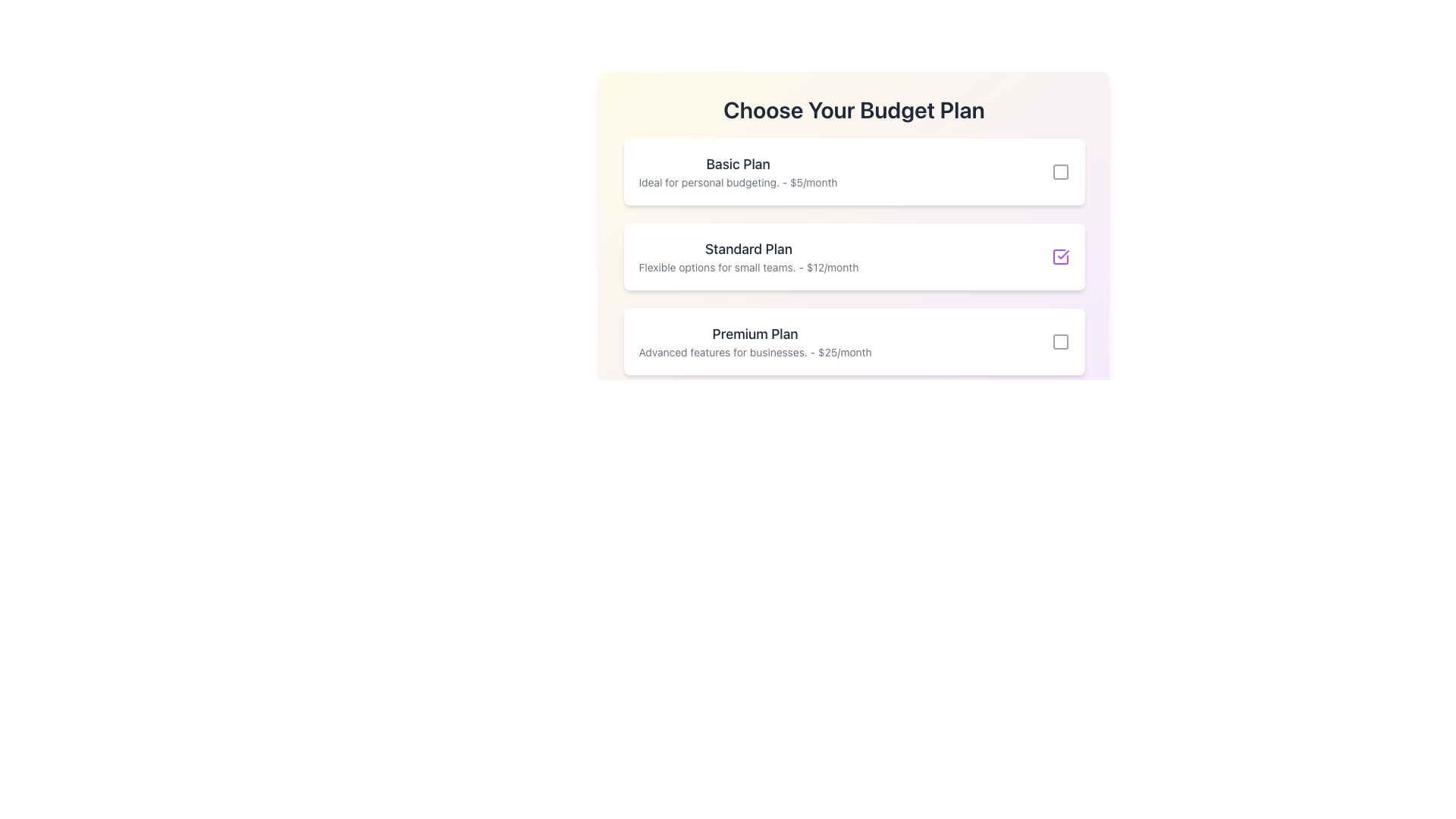 This screenshot has height=819, width=1456. Describe the element at coordinates (1059, 342) in the screenshot. I see `the light gray checkbox located to the right of the 'Premium Plan' option` at that location.